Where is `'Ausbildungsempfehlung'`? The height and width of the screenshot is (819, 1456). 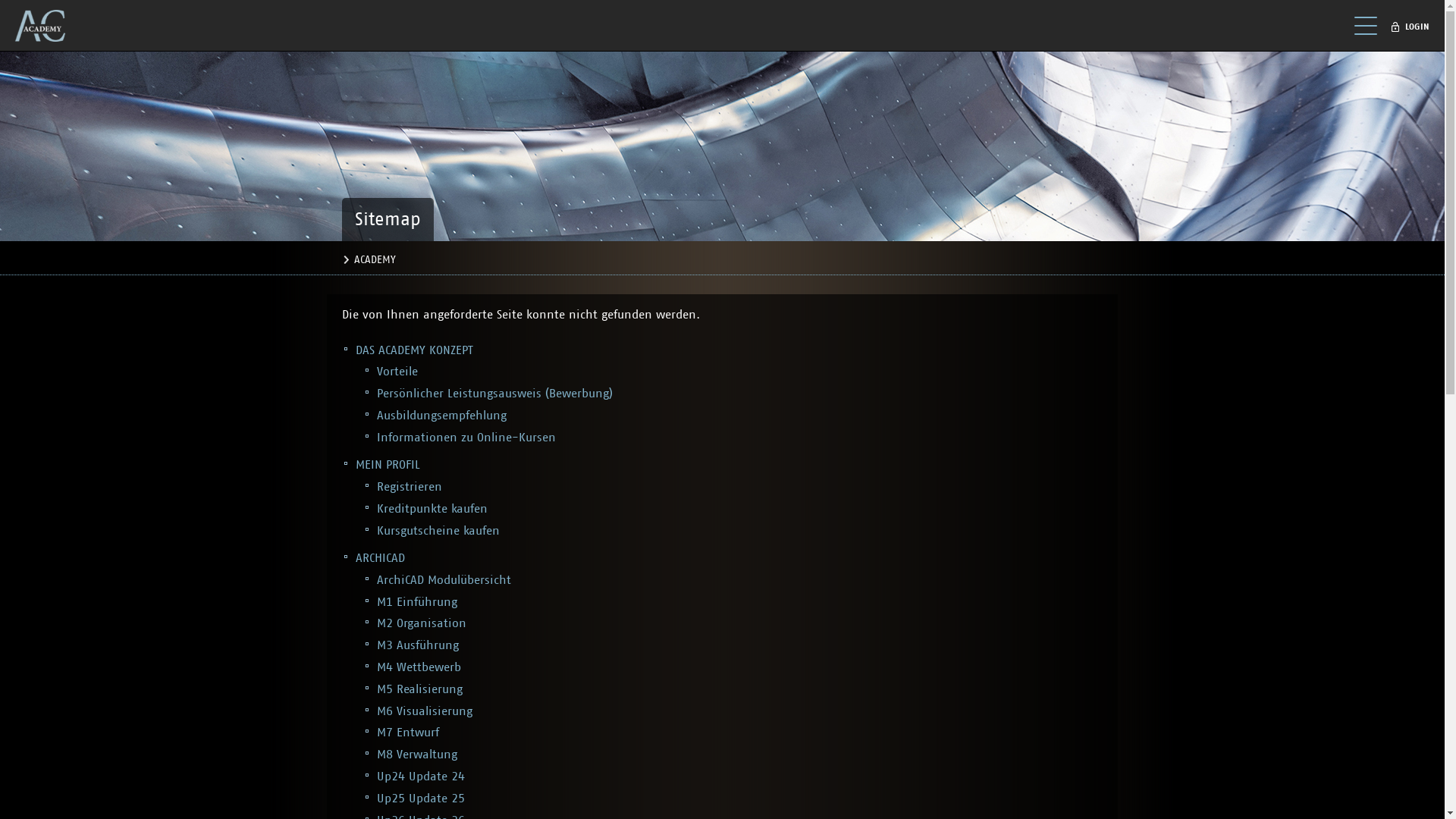 'Ausbildungsempfehlung' is located at coordinates (441, 415).